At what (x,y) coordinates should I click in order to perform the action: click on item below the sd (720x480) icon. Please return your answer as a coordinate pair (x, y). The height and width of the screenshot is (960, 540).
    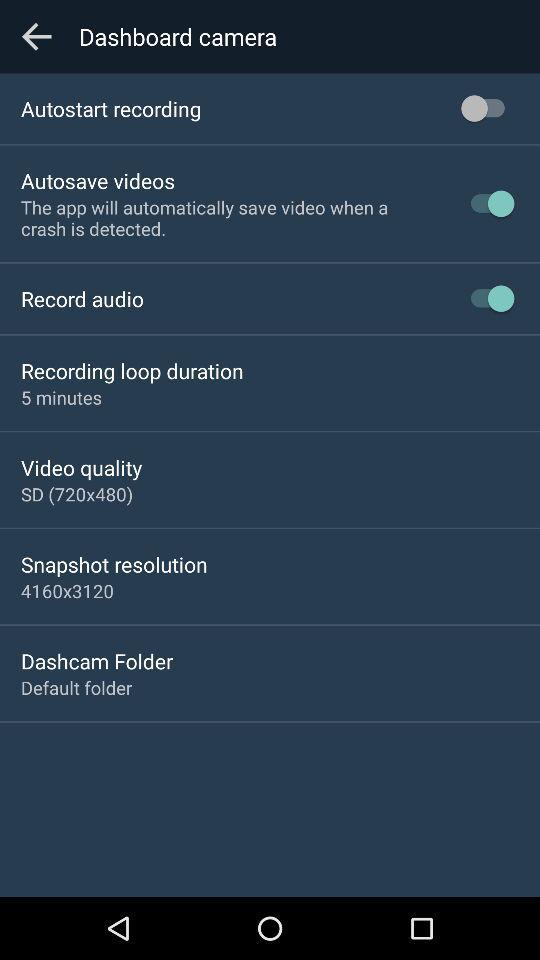
    Looking at the image, I should click on (114, 564).